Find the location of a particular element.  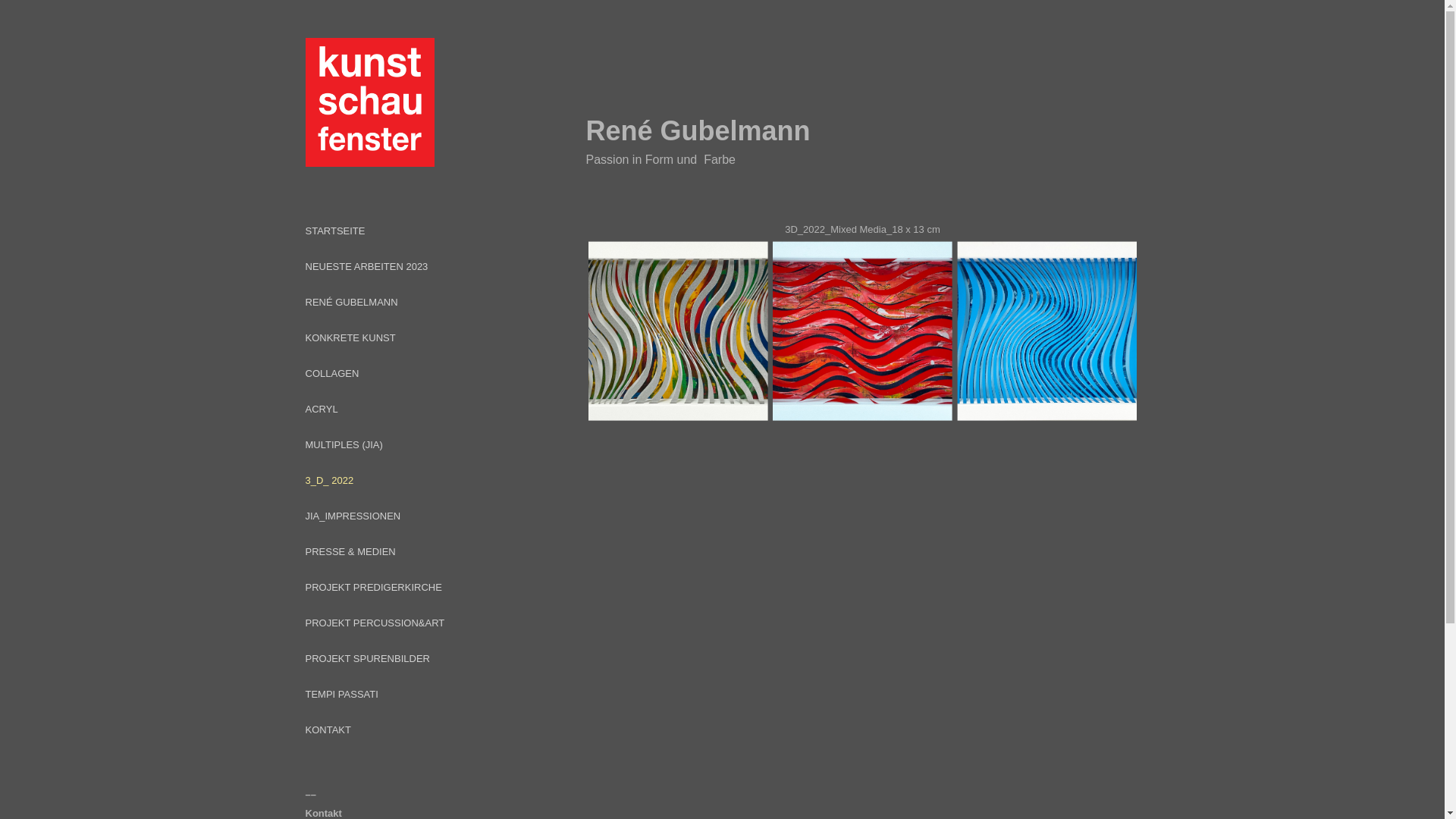

'TEMPI PASSATI' is located at coordinates (340, 694).